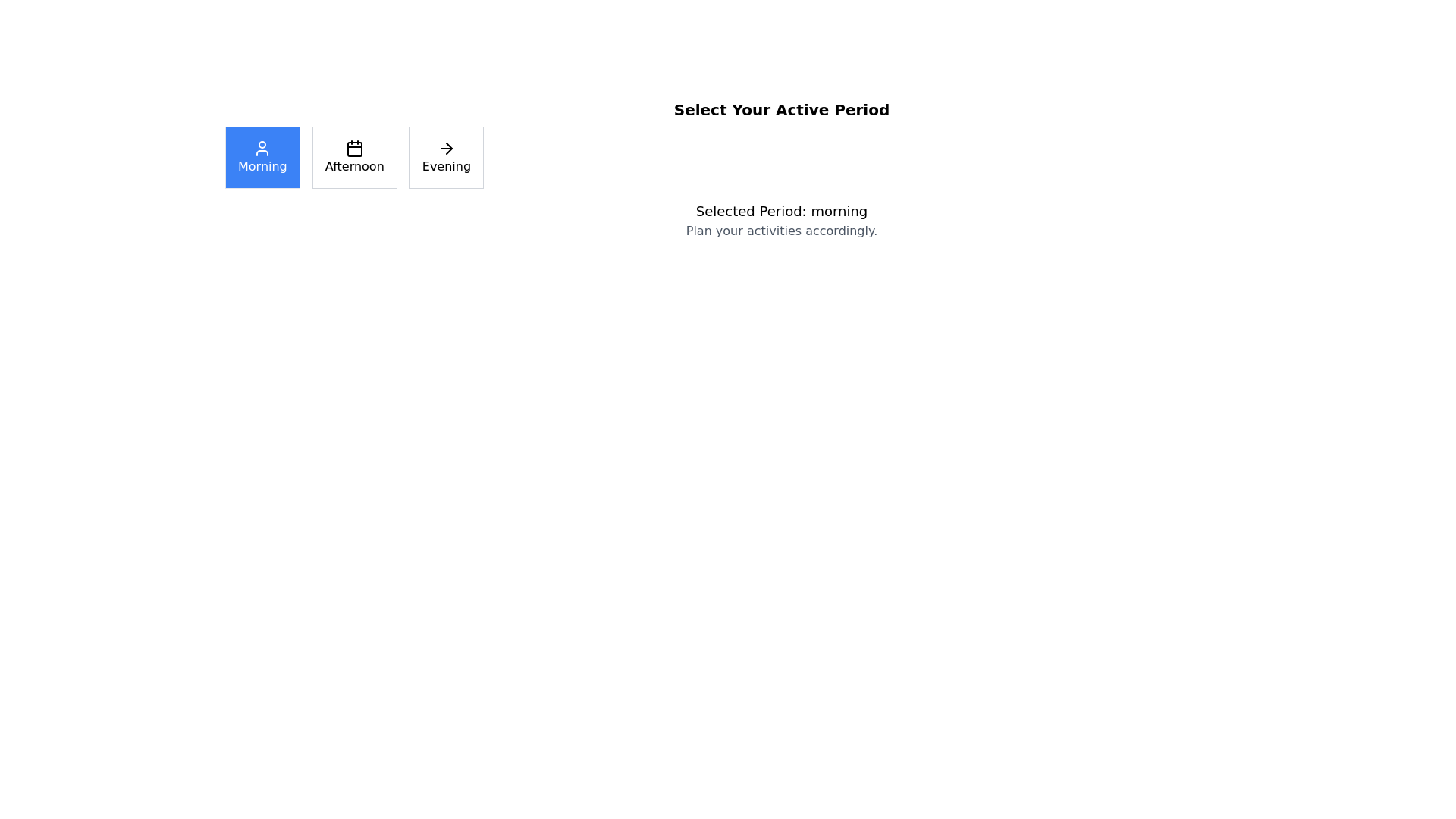  Describe the element at coordinates (445, 149) in the screenshot. I see `the 'Evening' option arrow icon located at the top-center of the third selection card` at that location.